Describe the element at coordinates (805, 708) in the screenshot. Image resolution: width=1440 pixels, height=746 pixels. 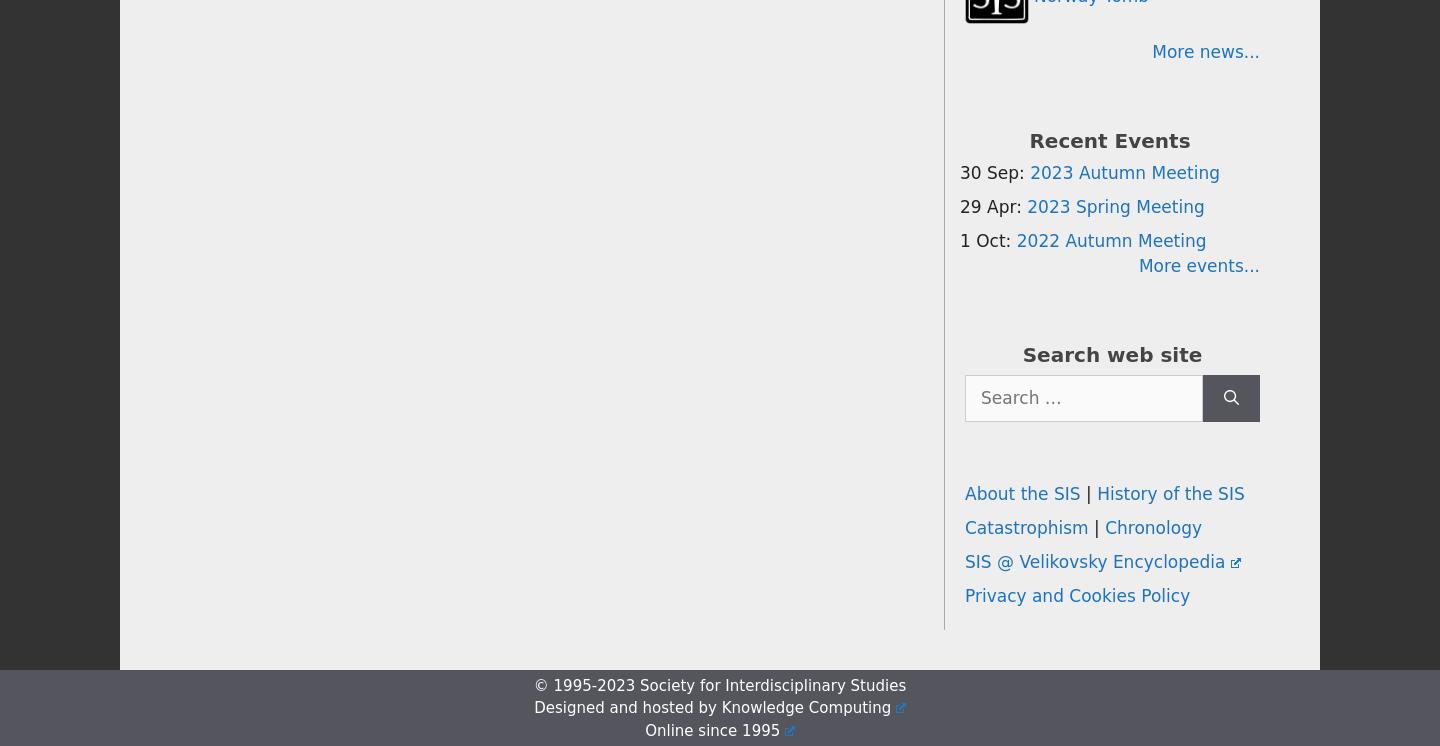
I see `'Knowledge Computing'` at that location.